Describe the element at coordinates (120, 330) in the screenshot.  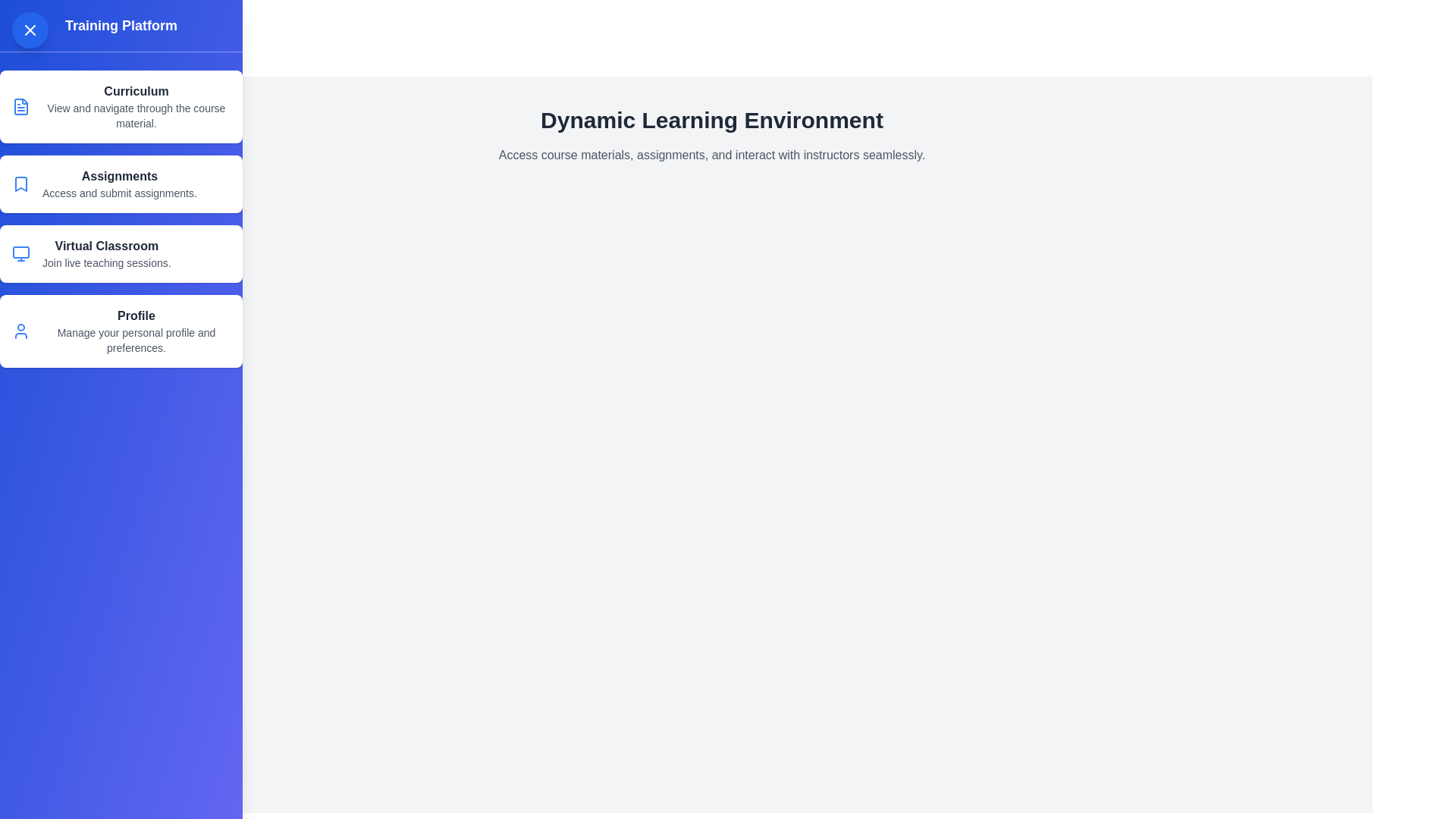
I see `the menu item Profile from the drawer` at that location.